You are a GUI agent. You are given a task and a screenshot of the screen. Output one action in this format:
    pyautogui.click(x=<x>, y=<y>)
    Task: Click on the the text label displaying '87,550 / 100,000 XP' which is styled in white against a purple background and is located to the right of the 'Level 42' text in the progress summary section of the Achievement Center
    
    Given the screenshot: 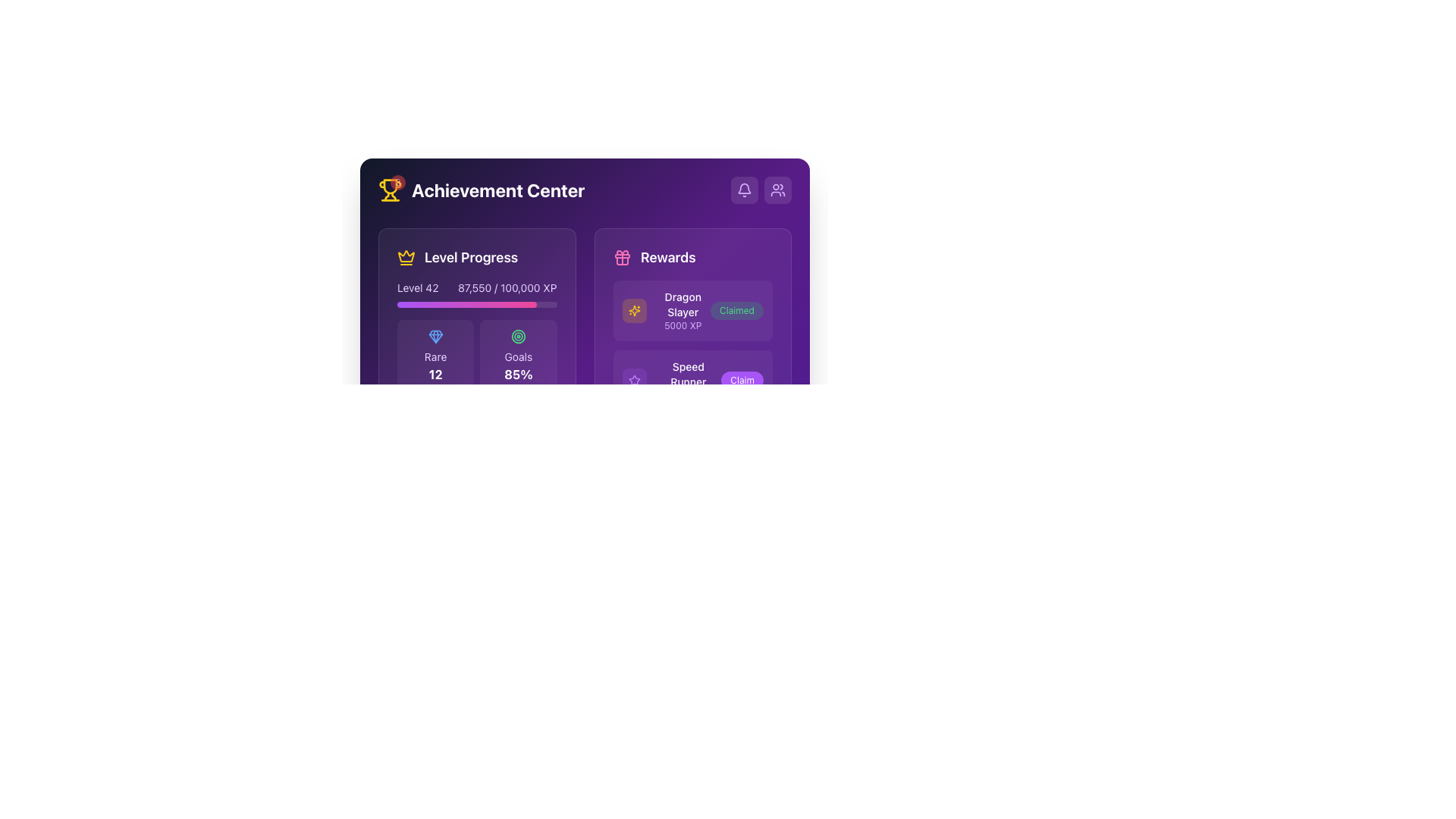 What is the action you would take?
    pyautogui.click(x=507, y=288)
    